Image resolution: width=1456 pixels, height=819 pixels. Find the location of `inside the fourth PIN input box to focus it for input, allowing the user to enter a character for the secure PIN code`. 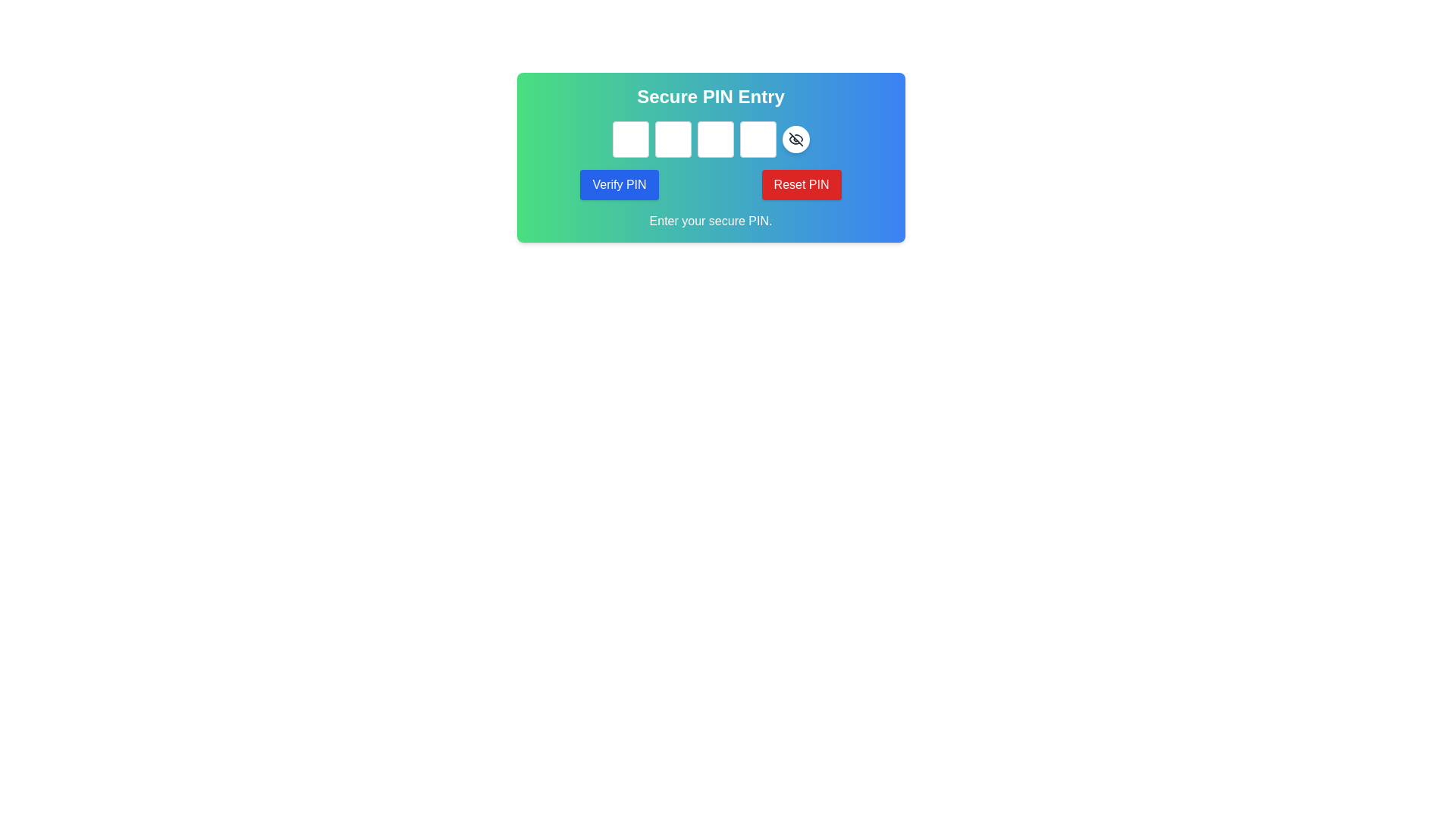

inside the fourth PIN input box to focus it for input, allowing the user to enter a character for the secure PIN code is located at coordinates (758, 140).